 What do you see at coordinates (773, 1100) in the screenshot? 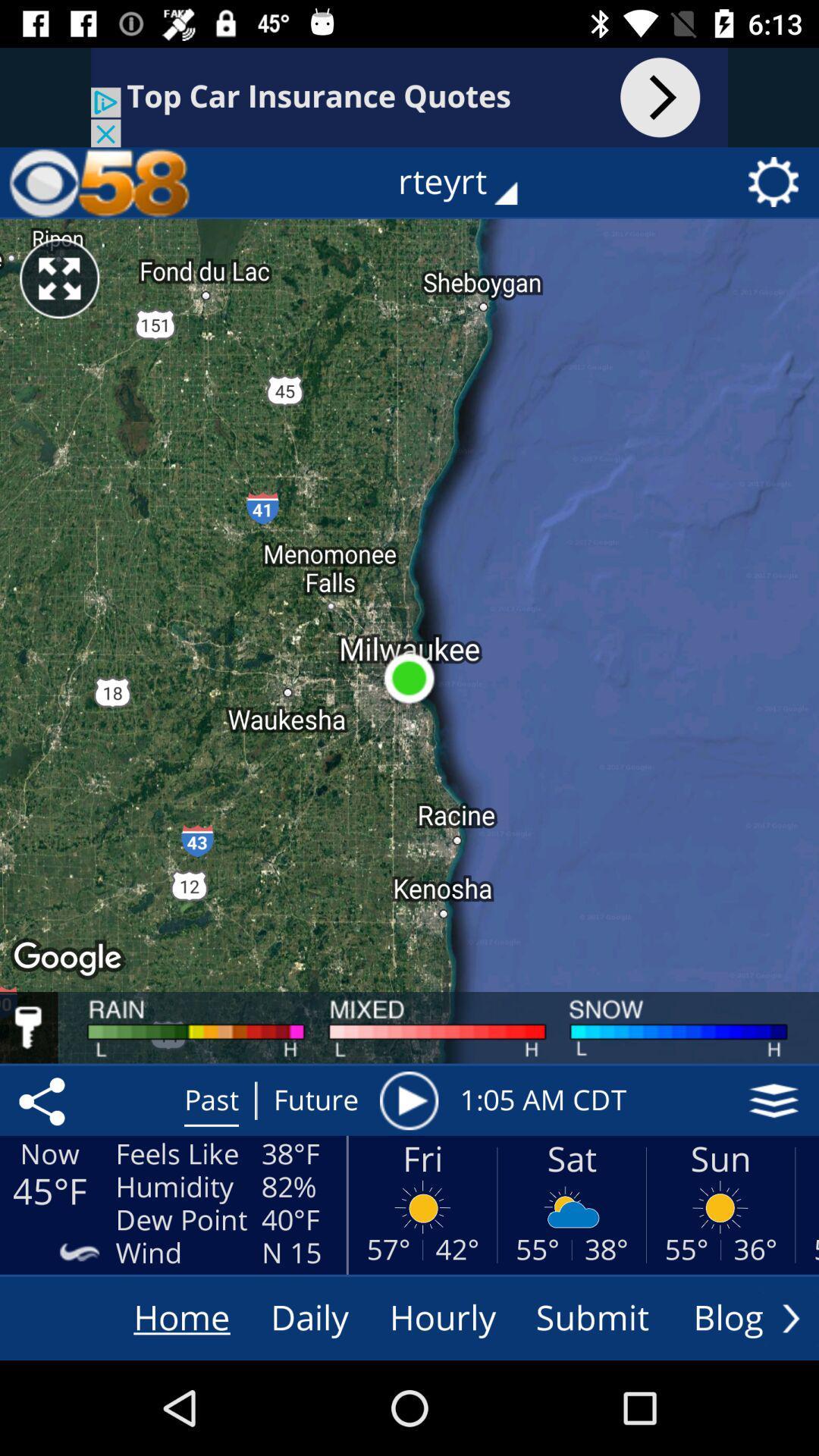
I see `layers` at bounding box center [773, 1100].